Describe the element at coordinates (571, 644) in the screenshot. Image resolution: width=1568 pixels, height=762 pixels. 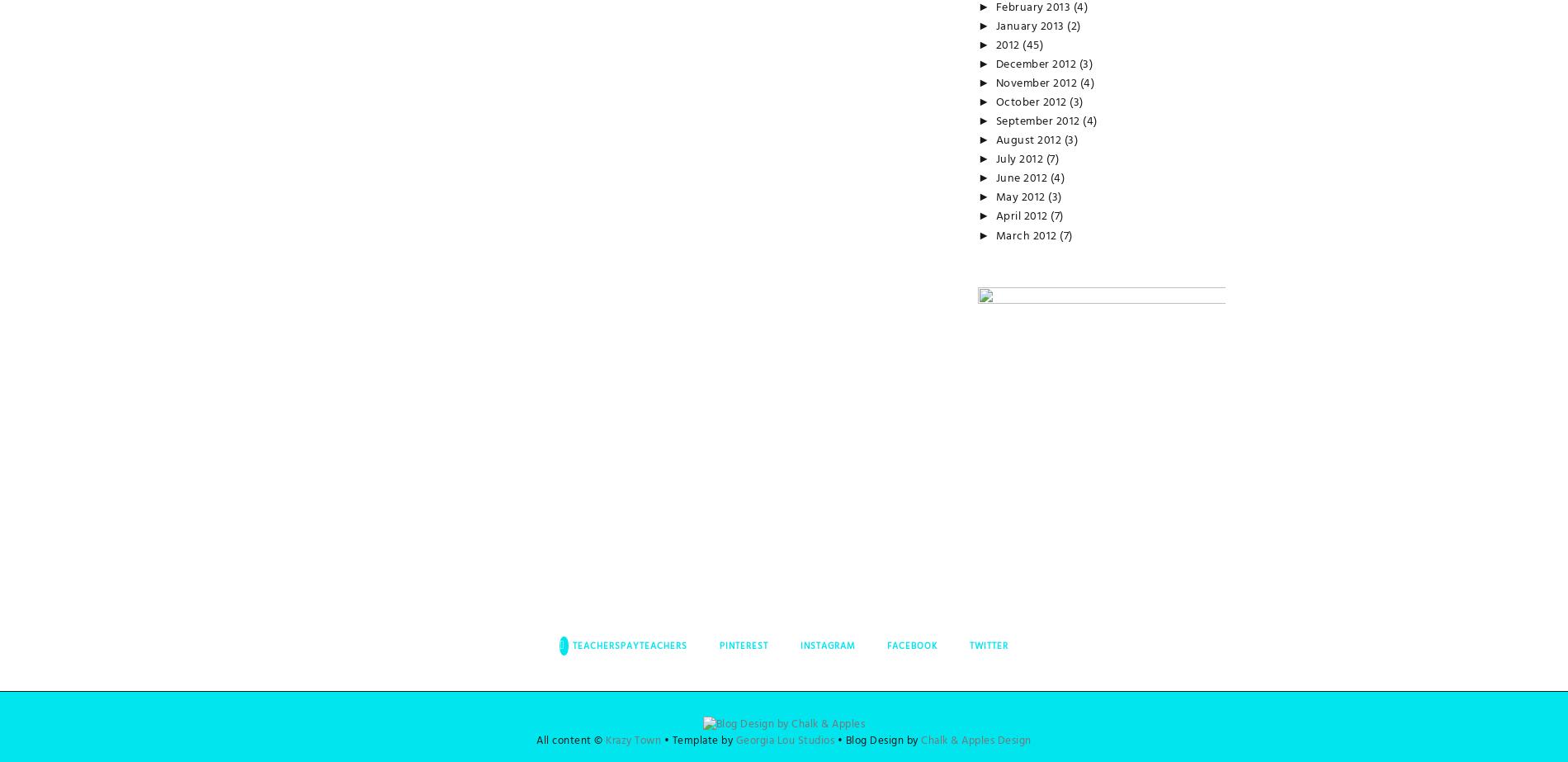
I see `'TeachersPayTeachers'` at that location.